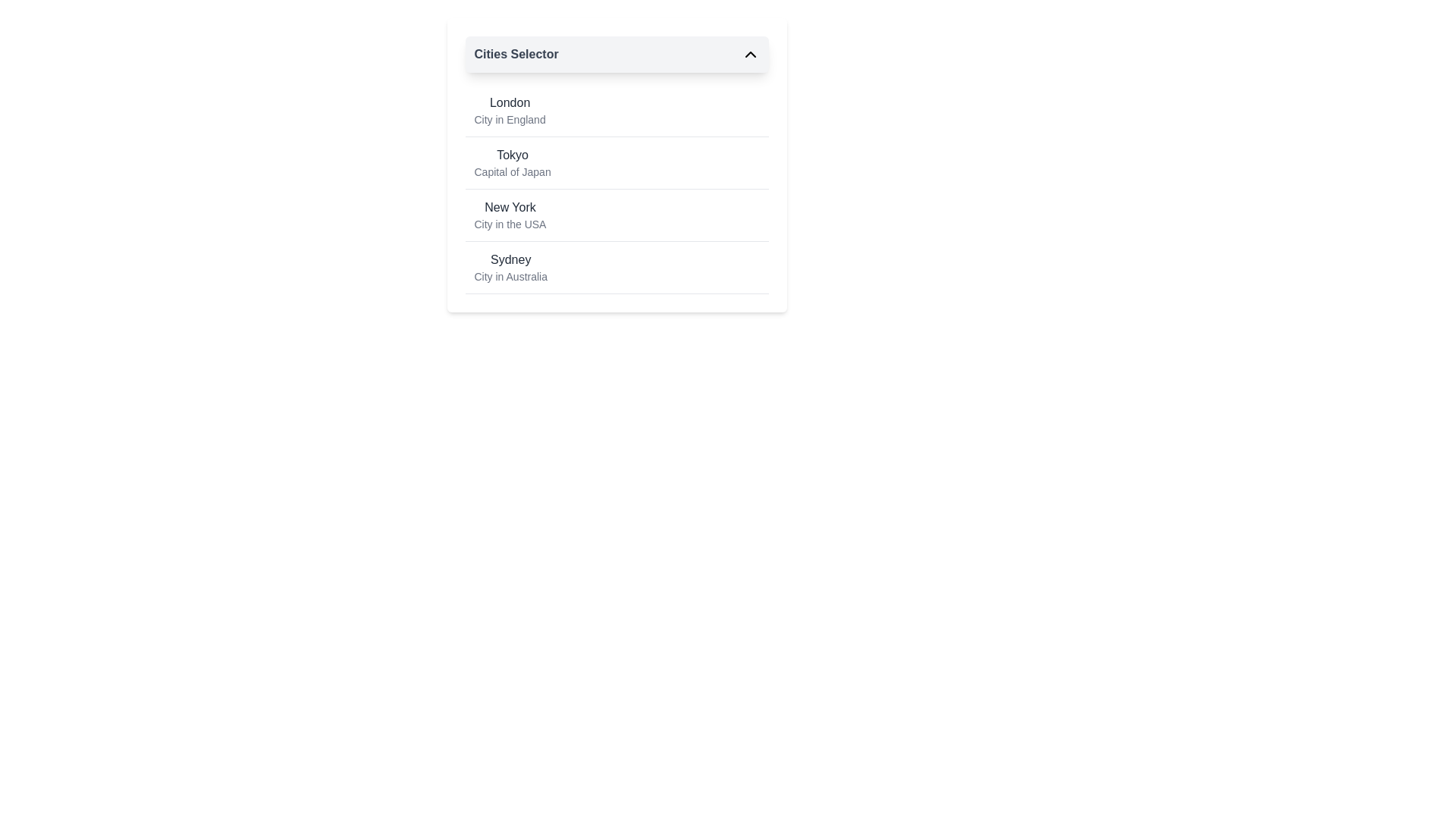  Describe the element at coordinates (510, 267) in the screenshot. I see `the selectable city option 'Sydney, City in Australia' in the dropdown menu` at that location.